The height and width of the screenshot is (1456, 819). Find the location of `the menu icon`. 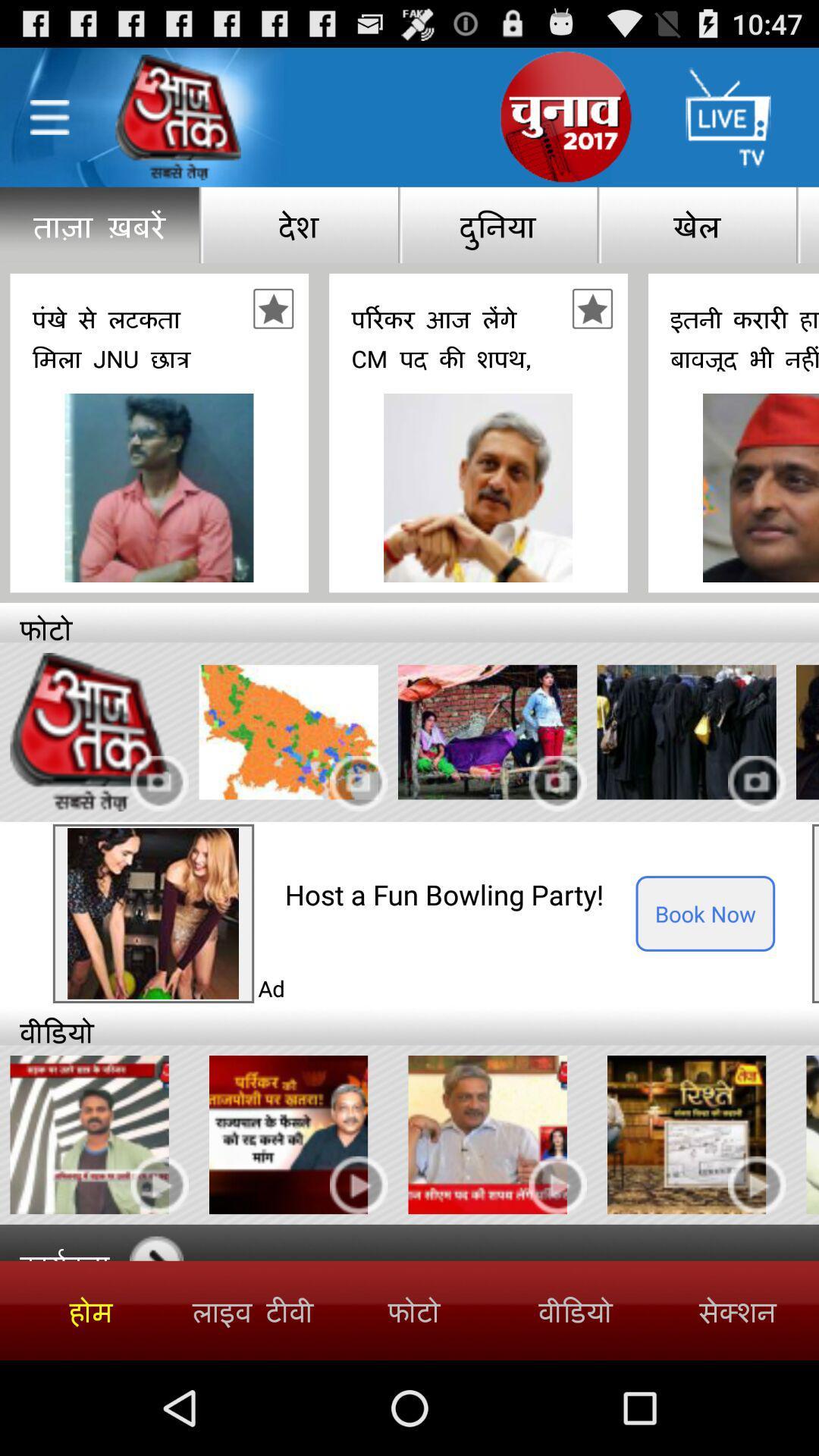

the menu icon is located at coordinates (49, 125).